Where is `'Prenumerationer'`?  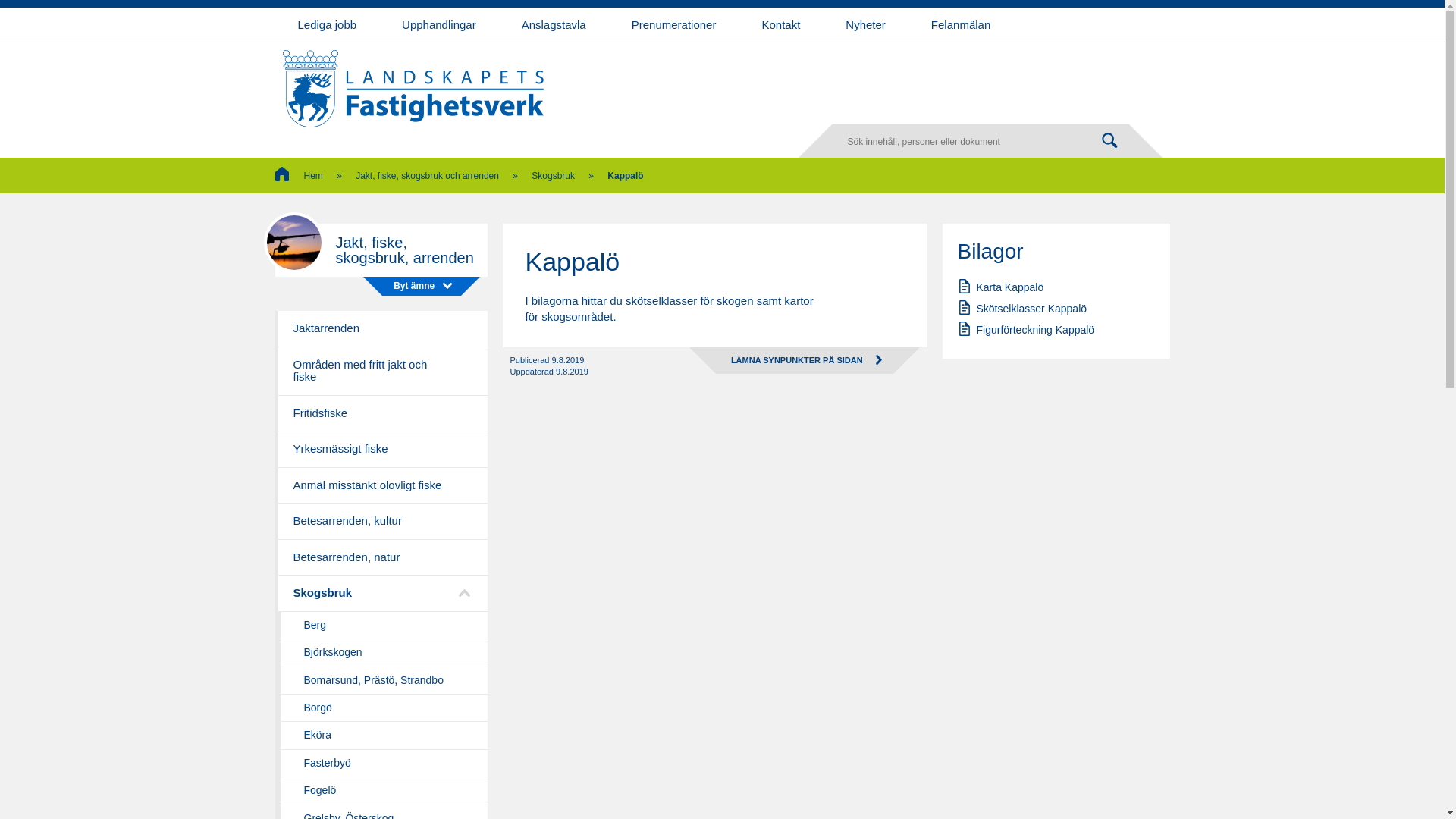
'Prenumerationer' is located at coordinates (673, 24).